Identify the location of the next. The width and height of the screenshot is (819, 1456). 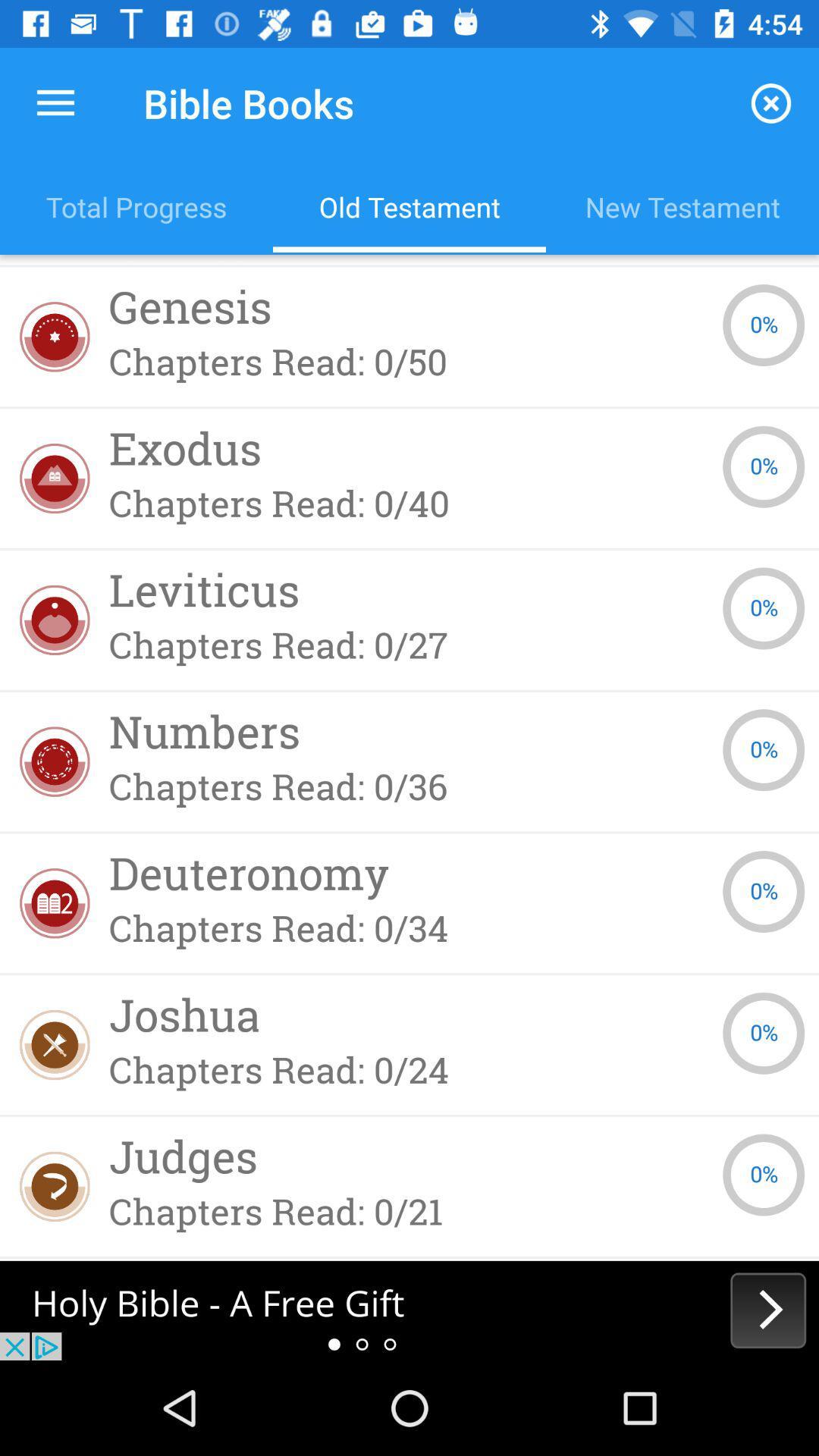
(409, 1310).